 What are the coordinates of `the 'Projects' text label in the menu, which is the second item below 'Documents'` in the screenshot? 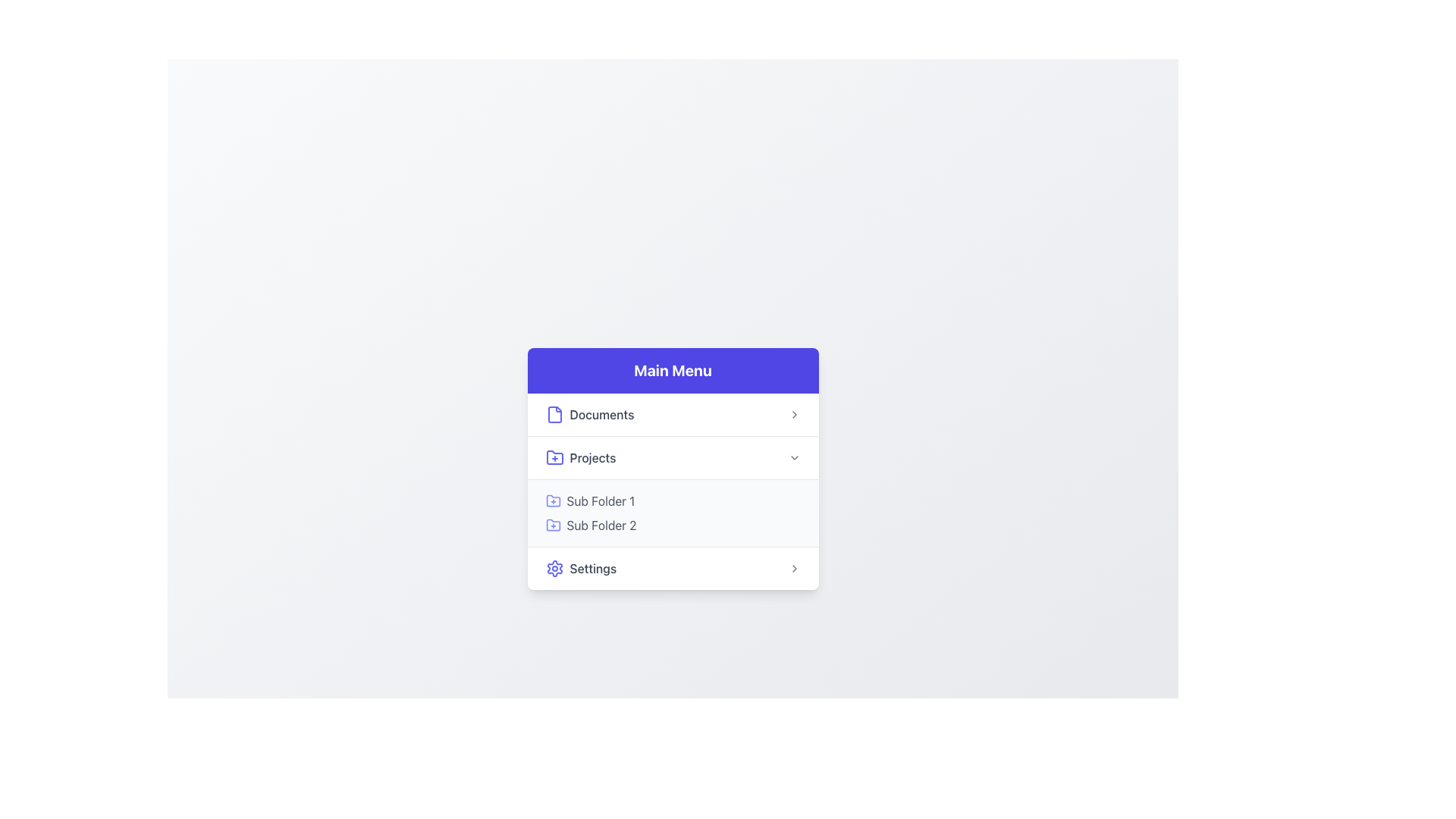 It's located at (592, 457).